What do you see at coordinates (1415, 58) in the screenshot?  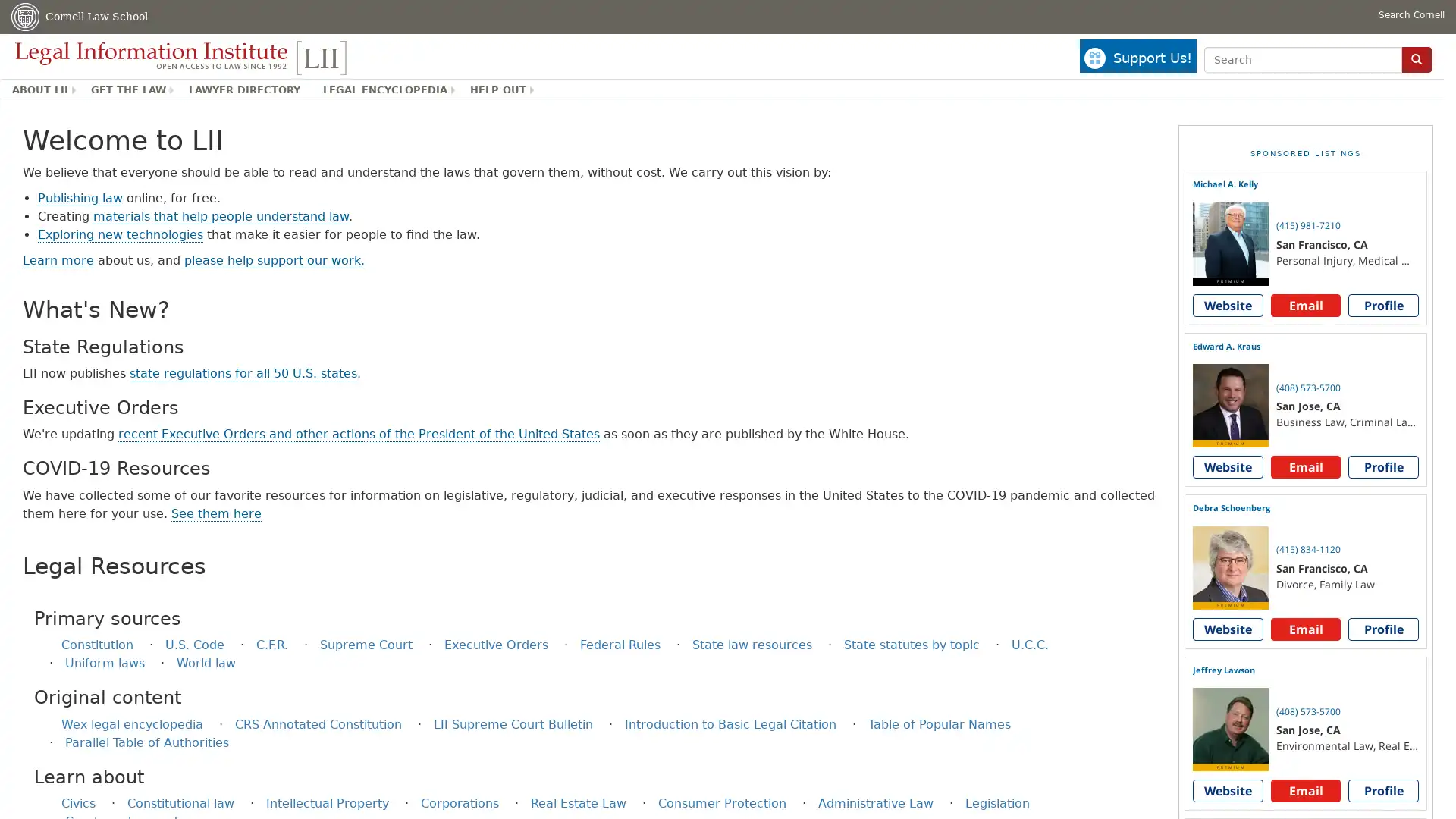 I see `Find now` at bounding box center [1415, 58].